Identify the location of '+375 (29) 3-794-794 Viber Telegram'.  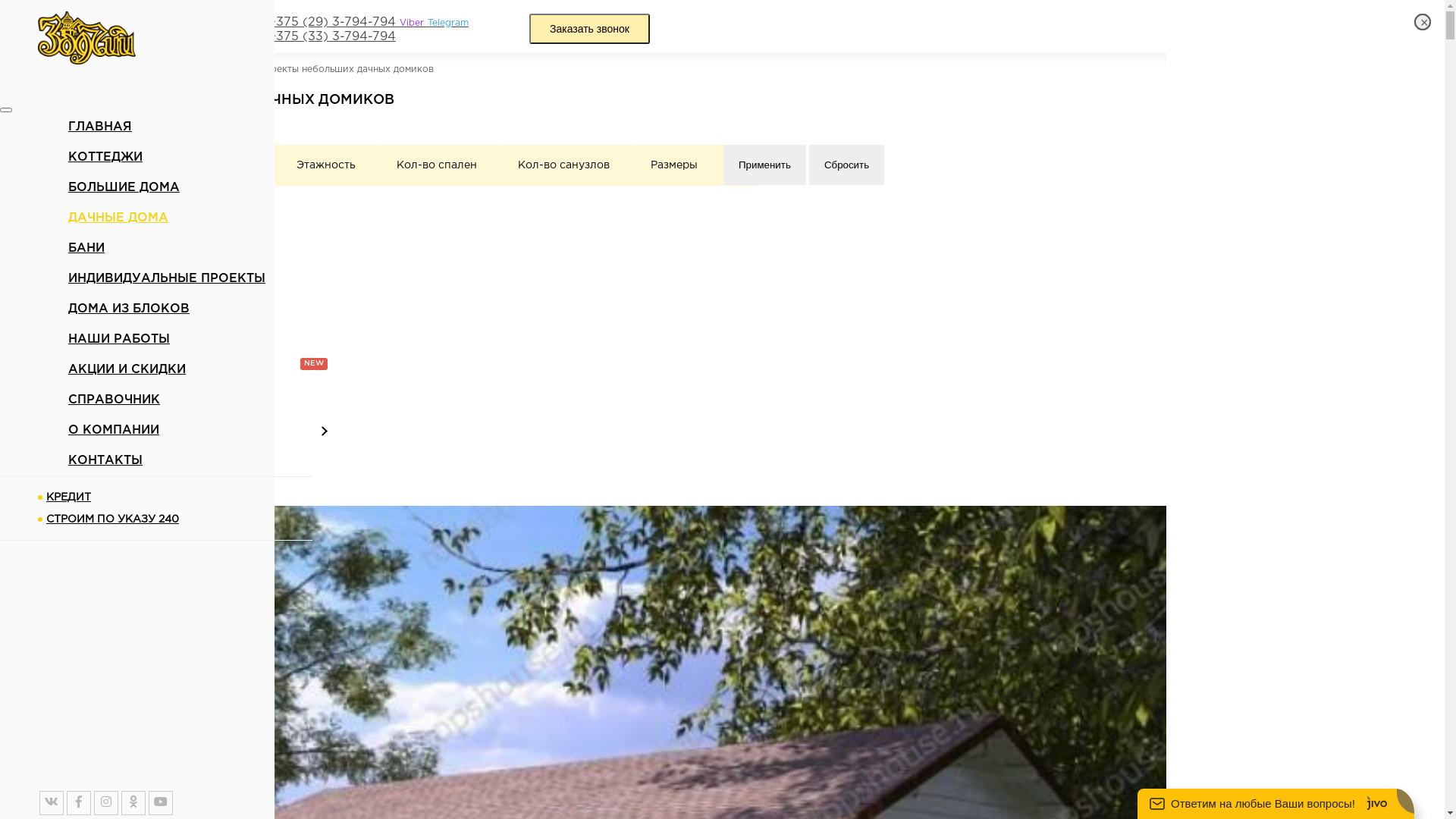
(368, 22).